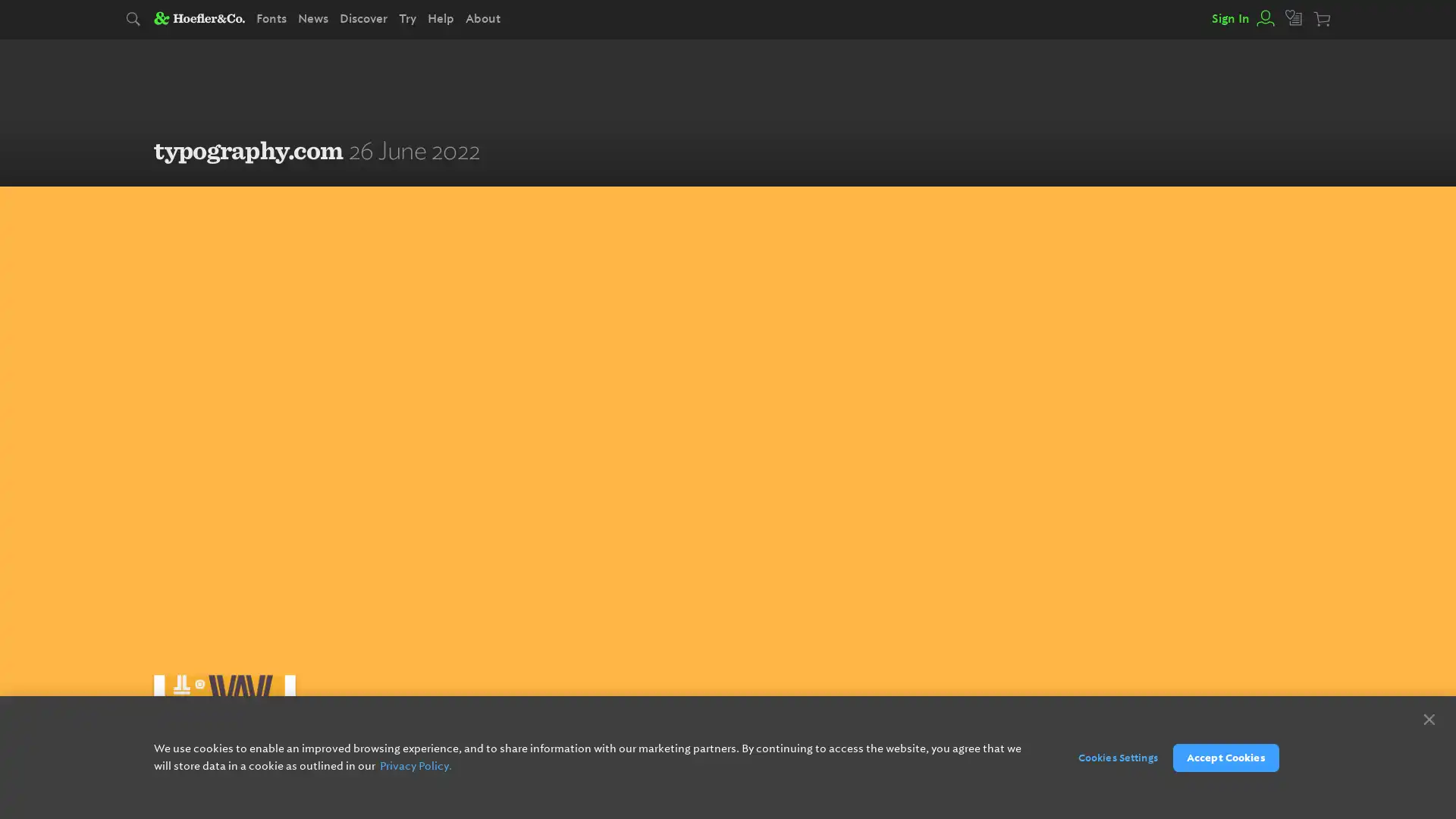 Image resolution: width=1456 pixels, height=819 pixels. Describe the element at coordinates (1225, 757) in the screenshot. I see `Accept Cookies` at that location.